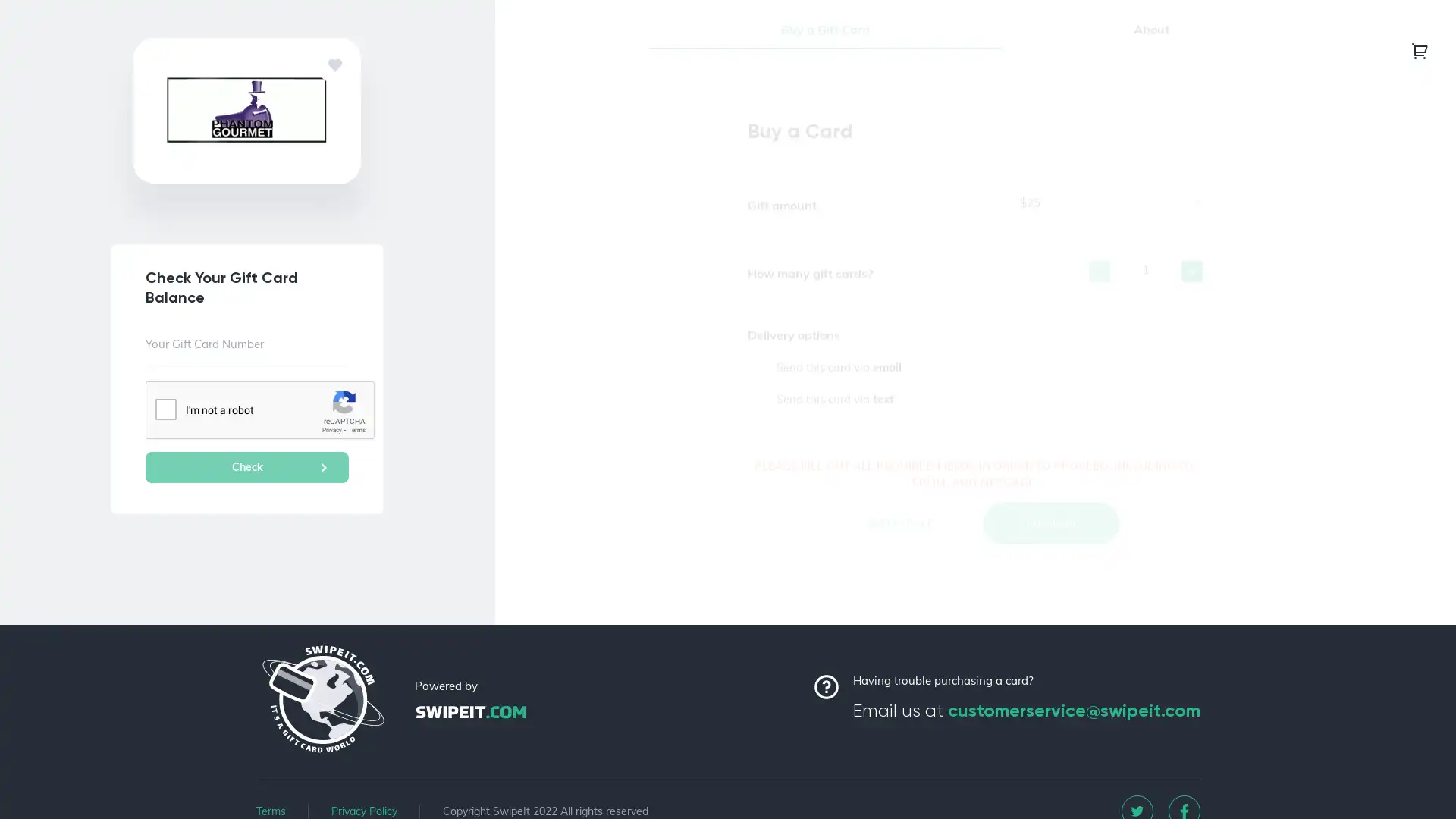 This screenshot has width=1456, height=819. What do you see at coordinates (1191, 291) in the screenshot?
I see `+` at bounding box center [1191, 291].